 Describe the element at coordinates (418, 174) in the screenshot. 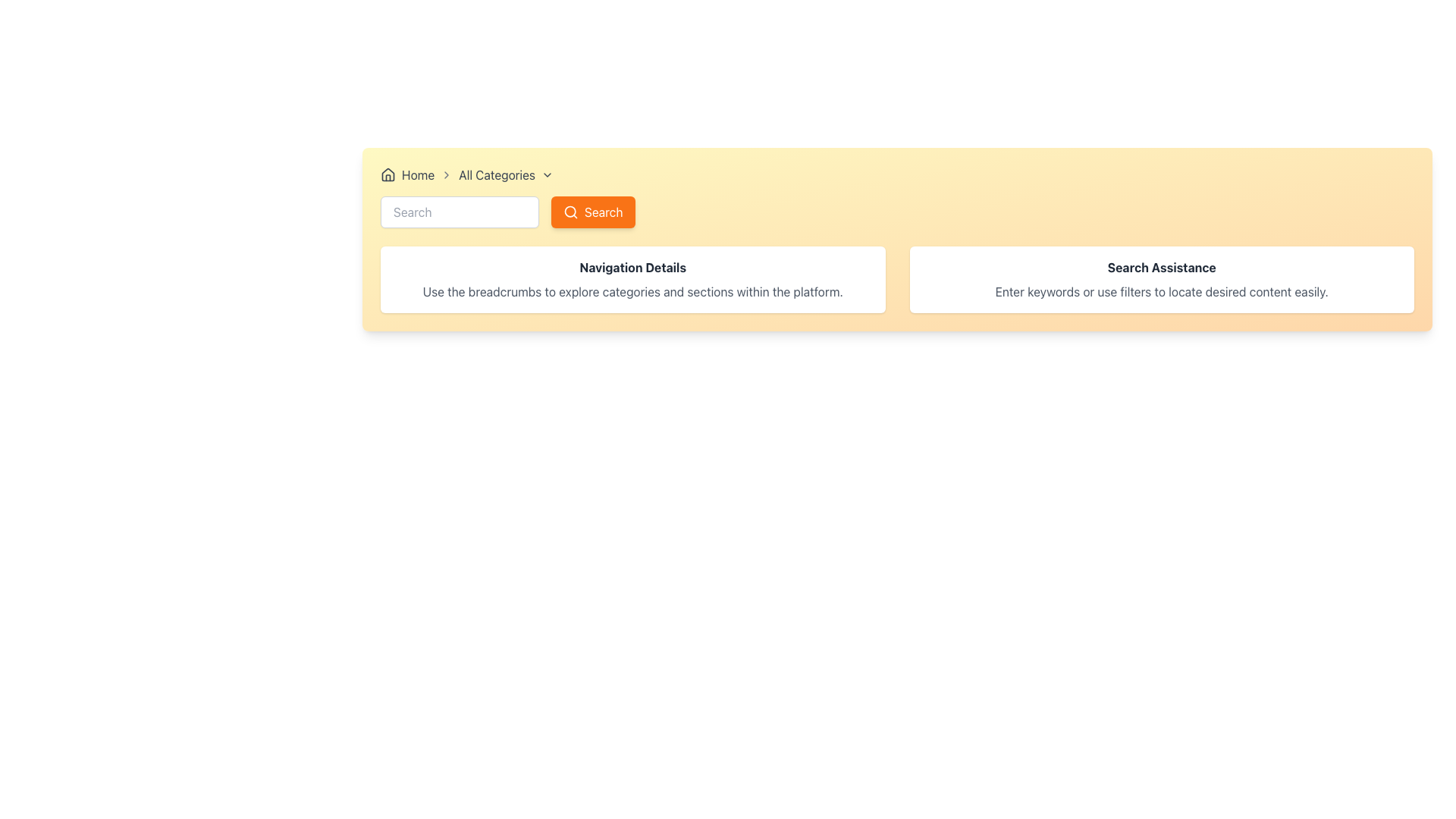

I see `the 'Home' text label, which is part of the breadcrumb navigation section and is located to the right of the house-shaped icon` at that location.